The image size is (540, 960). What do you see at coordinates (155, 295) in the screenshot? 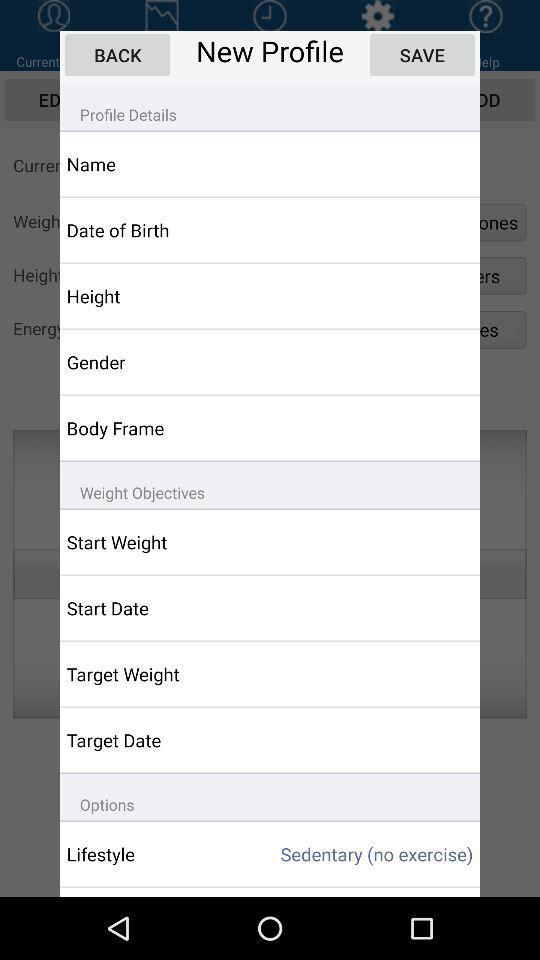
I see `the item below date of birth item` at bounding box center [155, 295].